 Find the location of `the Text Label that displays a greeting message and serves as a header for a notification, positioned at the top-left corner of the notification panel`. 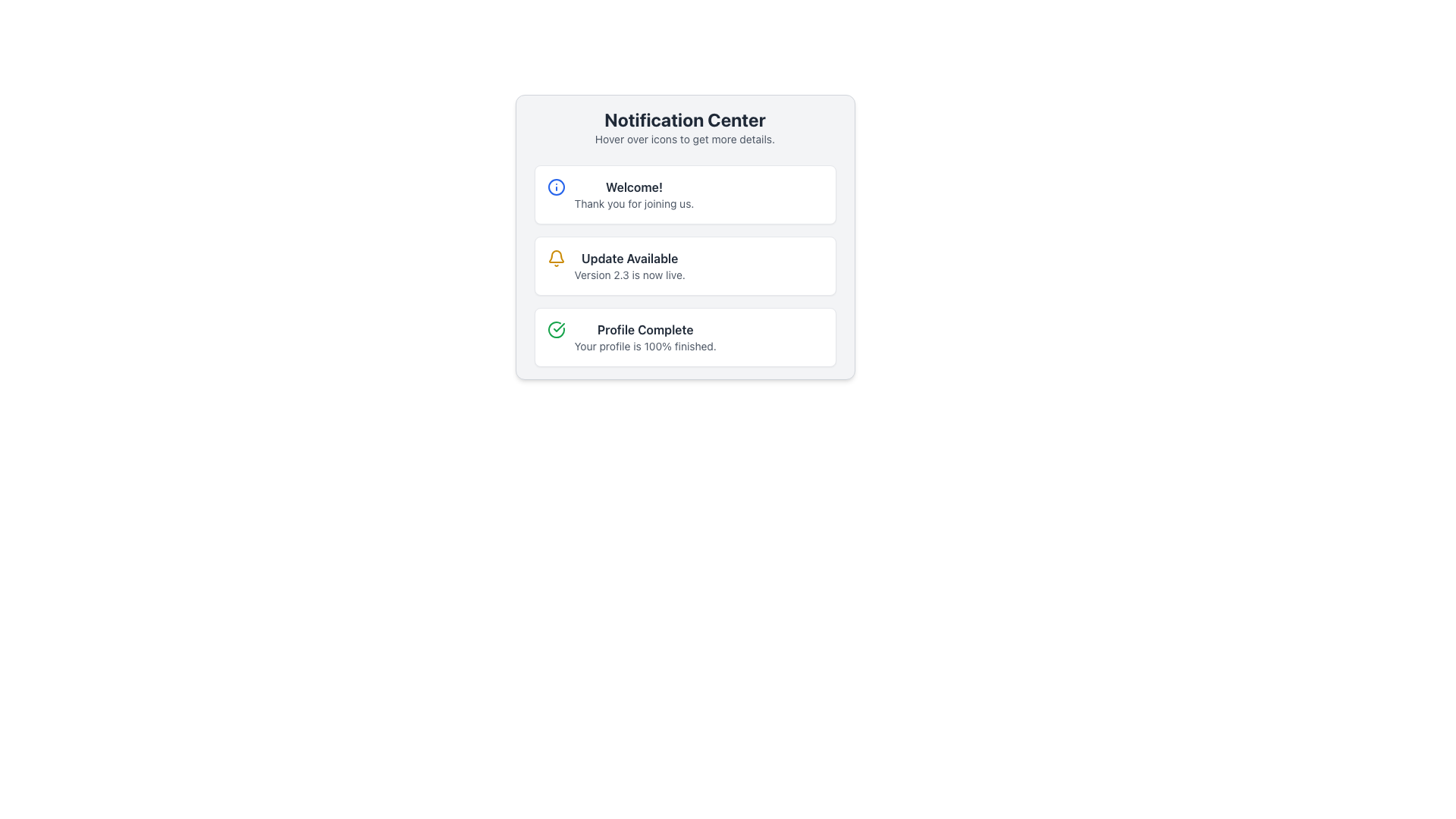

the Text Label that displays a greeting message and serves as a header for a notification, positioned at the top-left corner of the notification panel is located at coordinates (634, 186).